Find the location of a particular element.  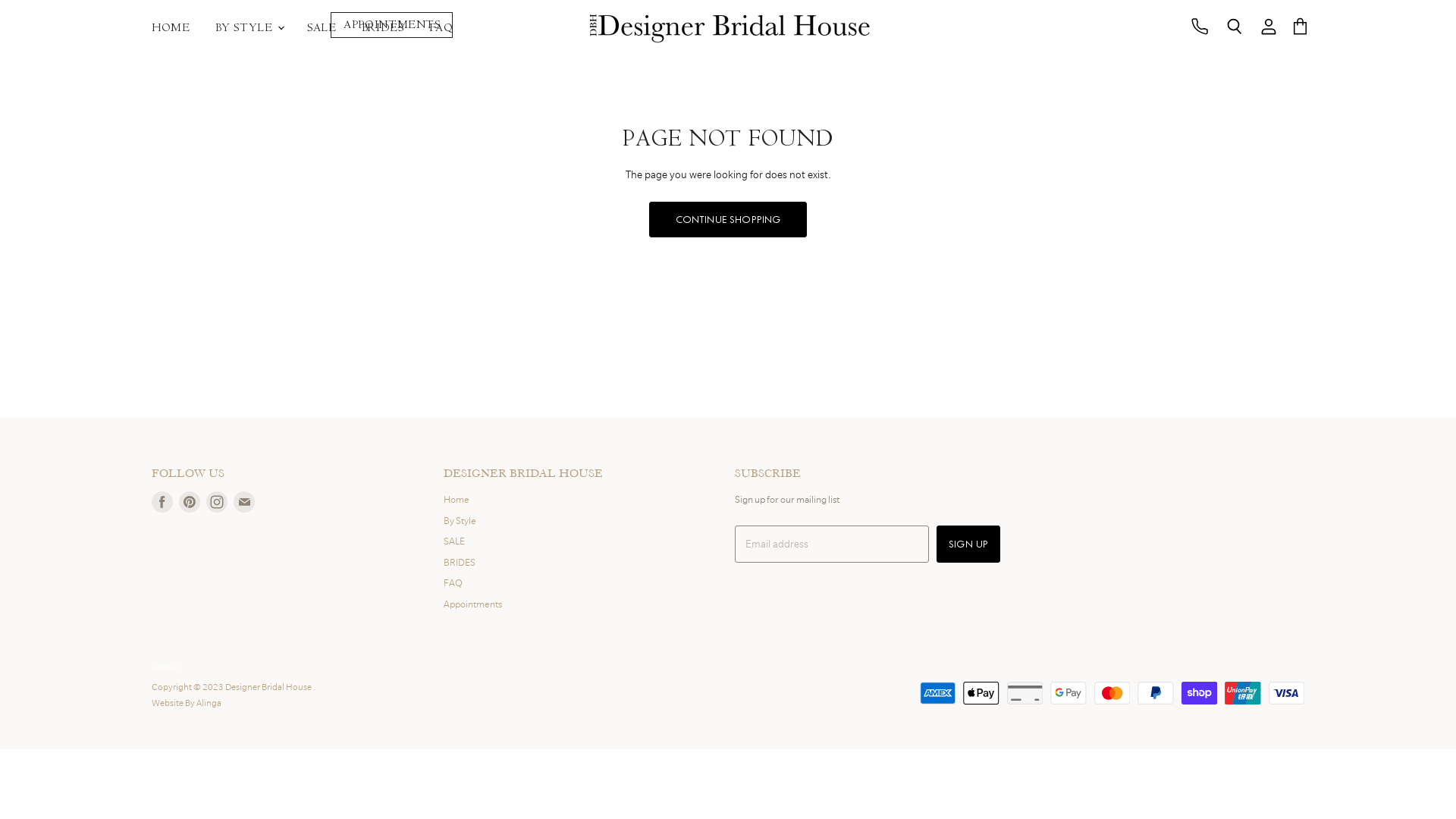

'HOME' is located at coordinates (171, 27).